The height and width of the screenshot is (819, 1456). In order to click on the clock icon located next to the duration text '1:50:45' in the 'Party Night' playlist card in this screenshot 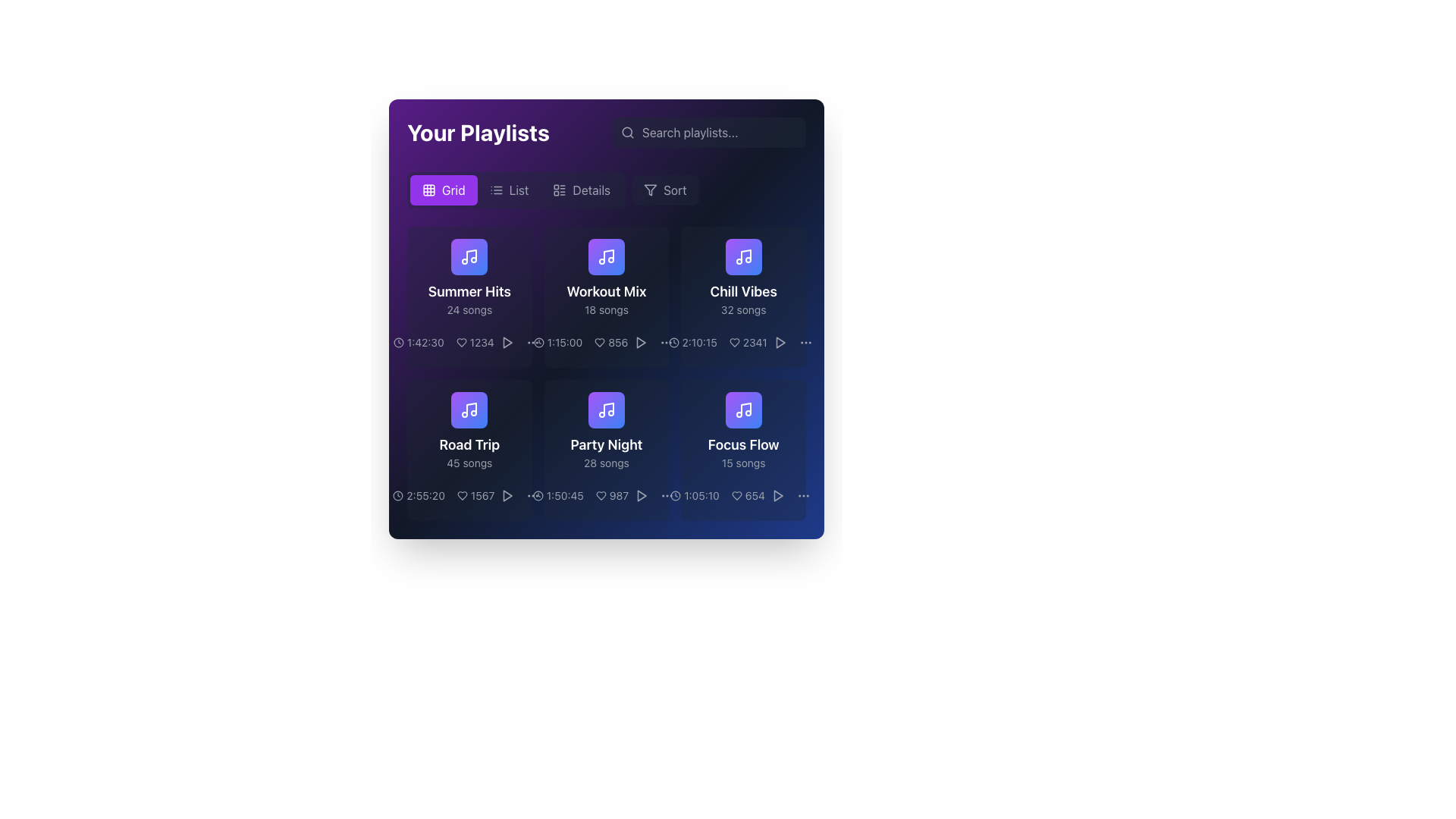, I will do `click(538, 496)`.